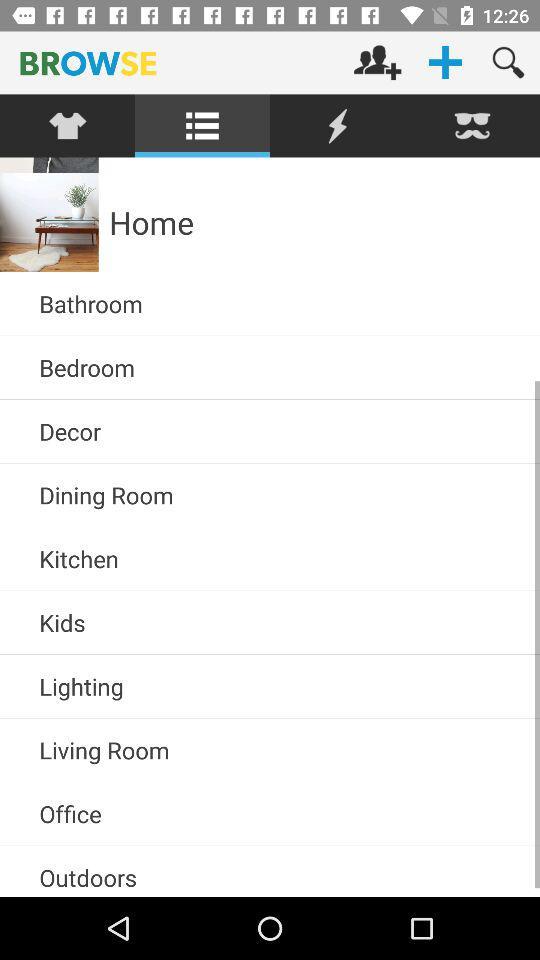 Image resolution: width=540 pixels, height=960 pixels. I want to click on accessories option, so click(67, 125).